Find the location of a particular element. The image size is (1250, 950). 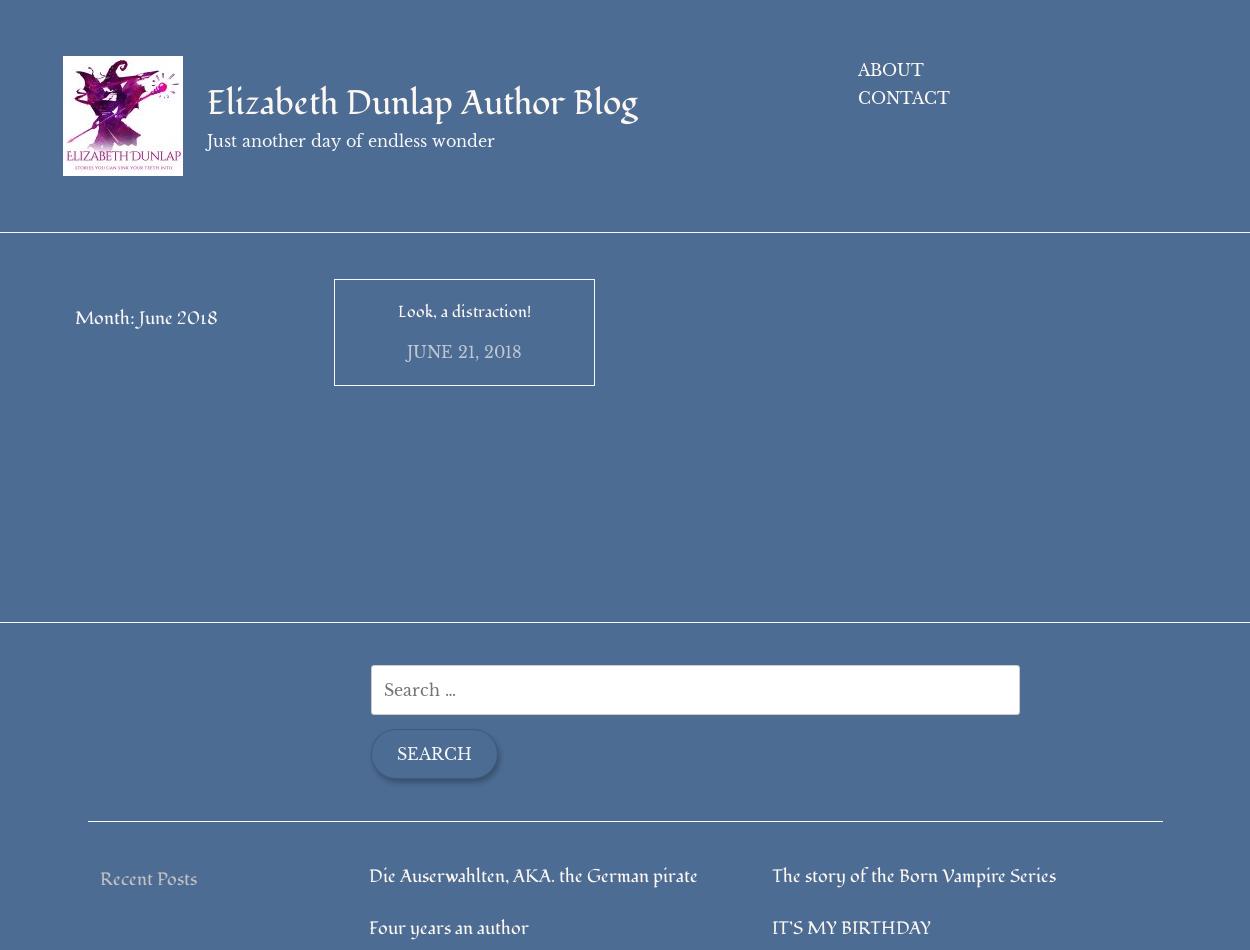

'Contact' is located at coordinates (903, 98).